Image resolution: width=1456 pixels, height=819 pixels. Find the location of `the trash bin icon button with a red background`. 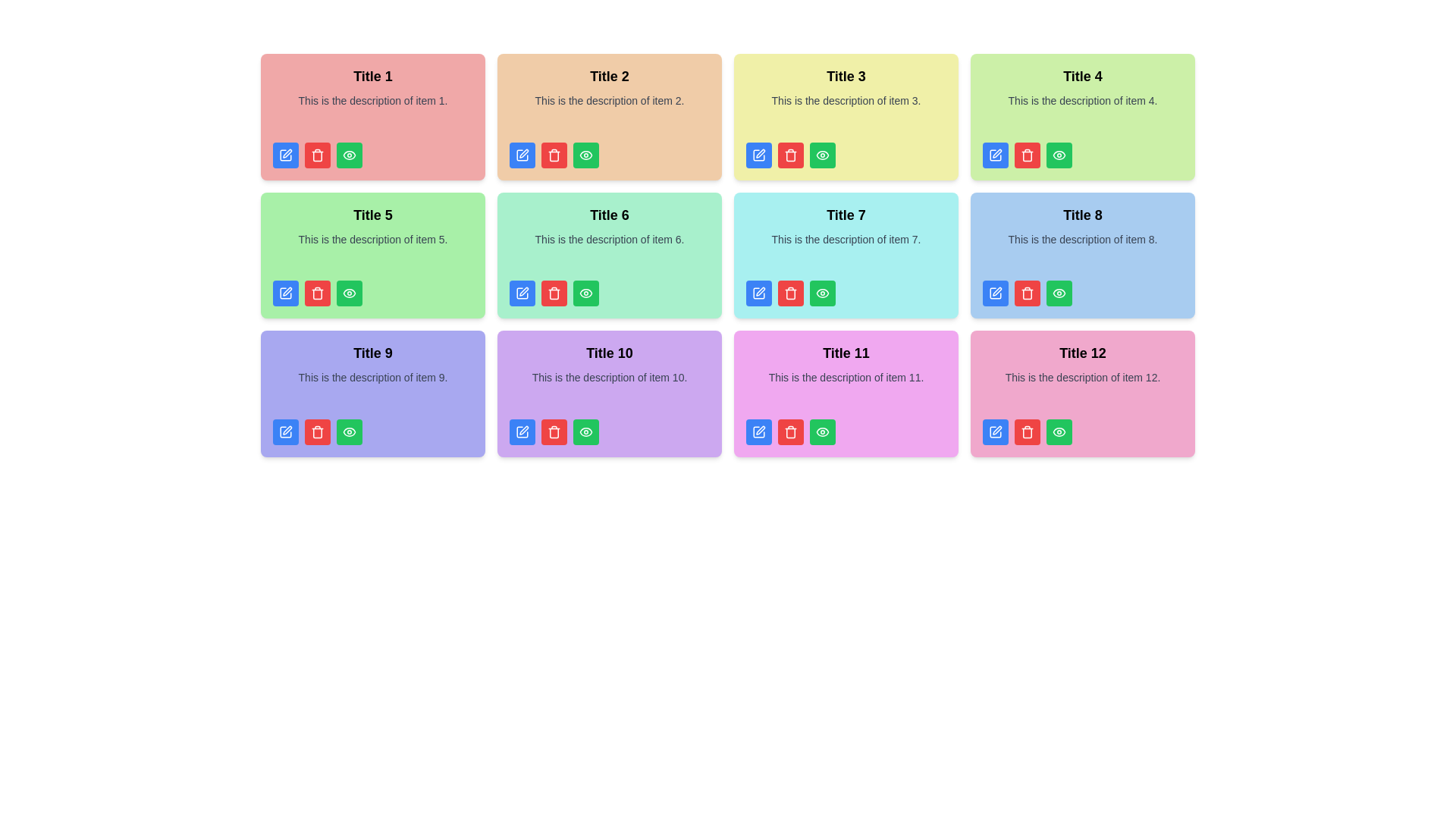

the trash bin icon button with a red background is located at coordinates (1027, 431).